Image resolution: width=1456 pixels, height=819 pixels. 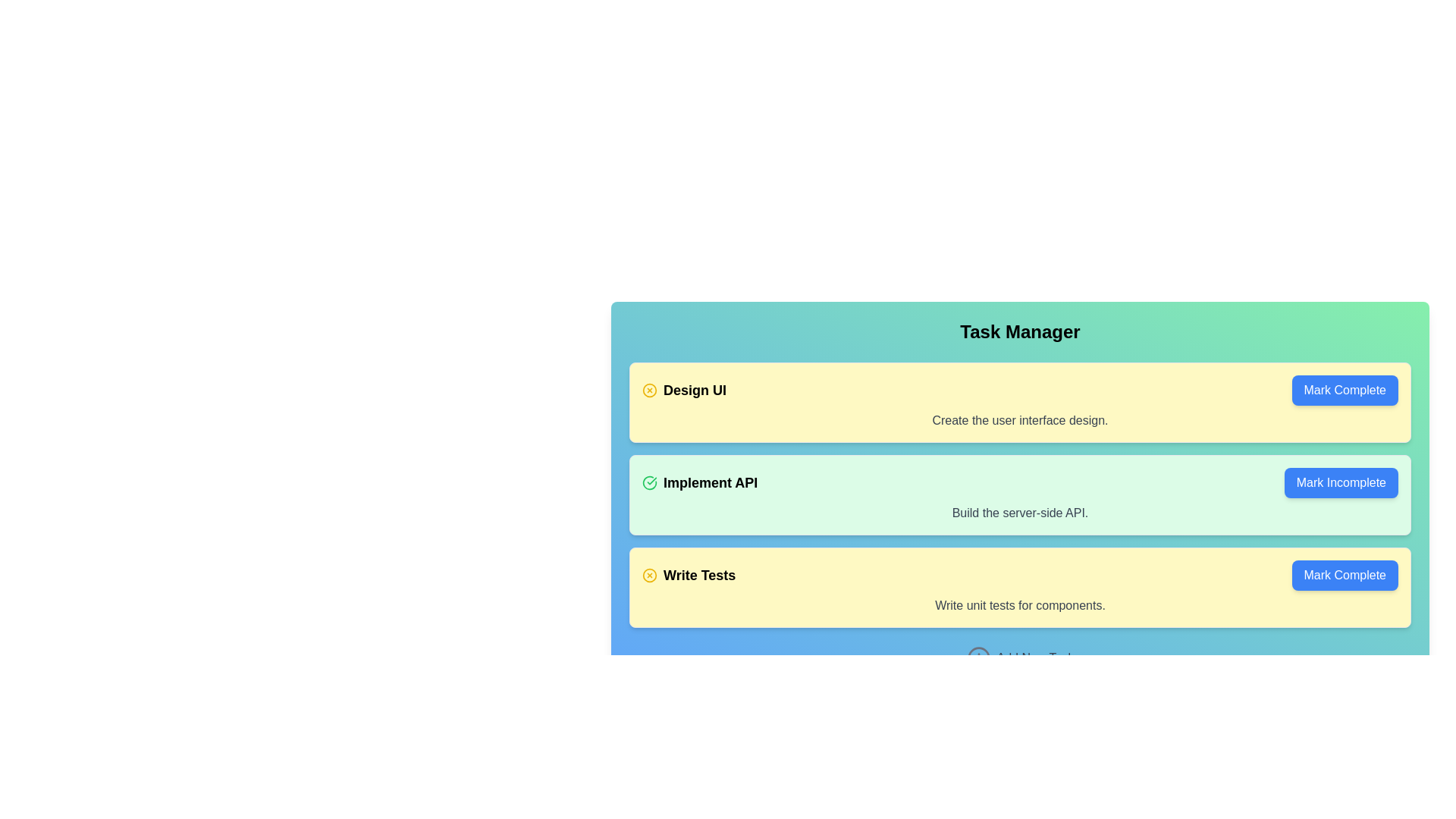 I want to click on the button within the task block labeled 'Write Tests' to mark the task as complete, so click(x=1020, y=576).